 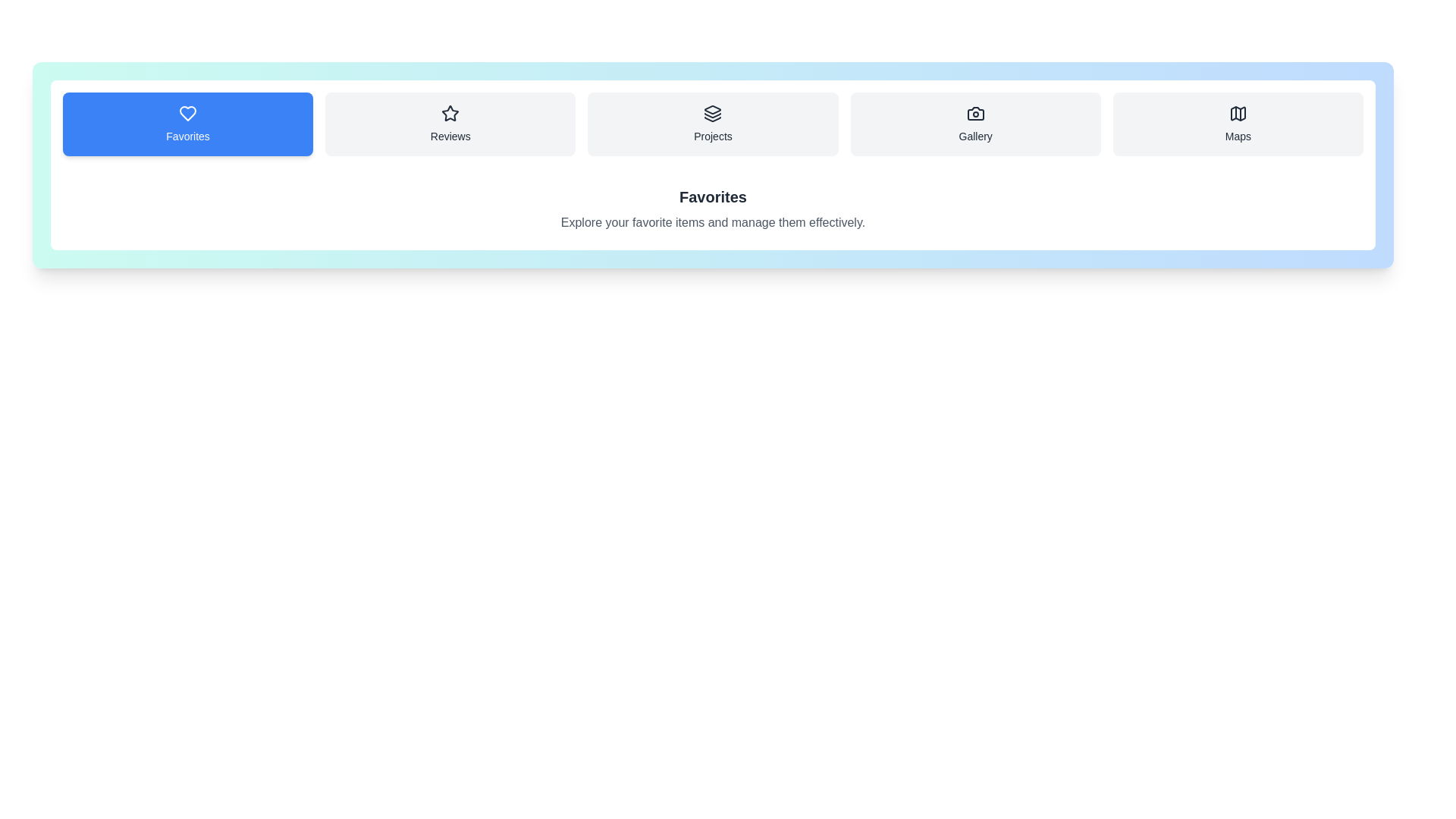 What do you see at coordinates (187, 124) in the screenshot?
I see `the Favorites tab to switch to its content` at bounding box center [187, 124].